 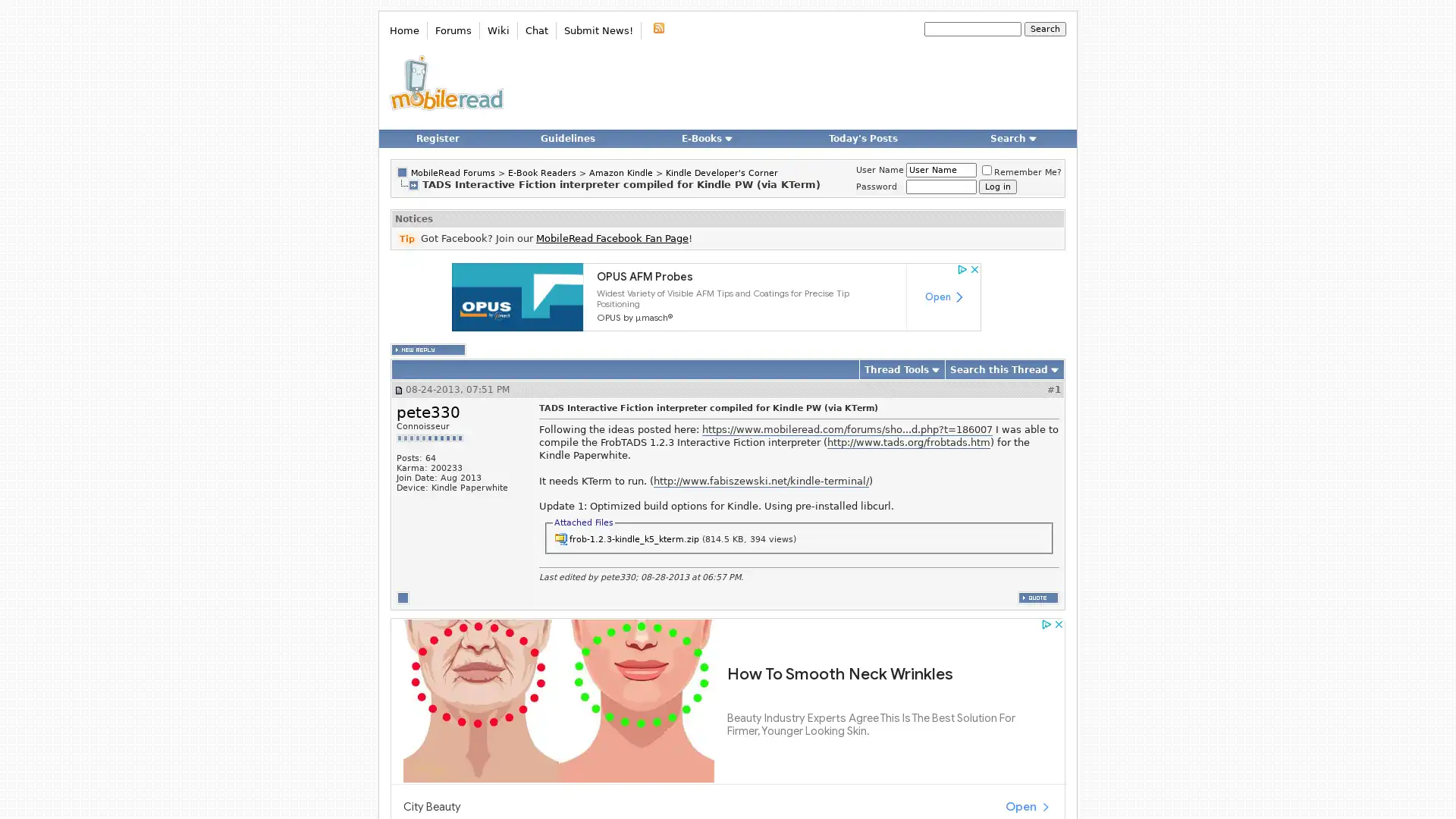 I want to click on Log in, so click(x=997, y=186).